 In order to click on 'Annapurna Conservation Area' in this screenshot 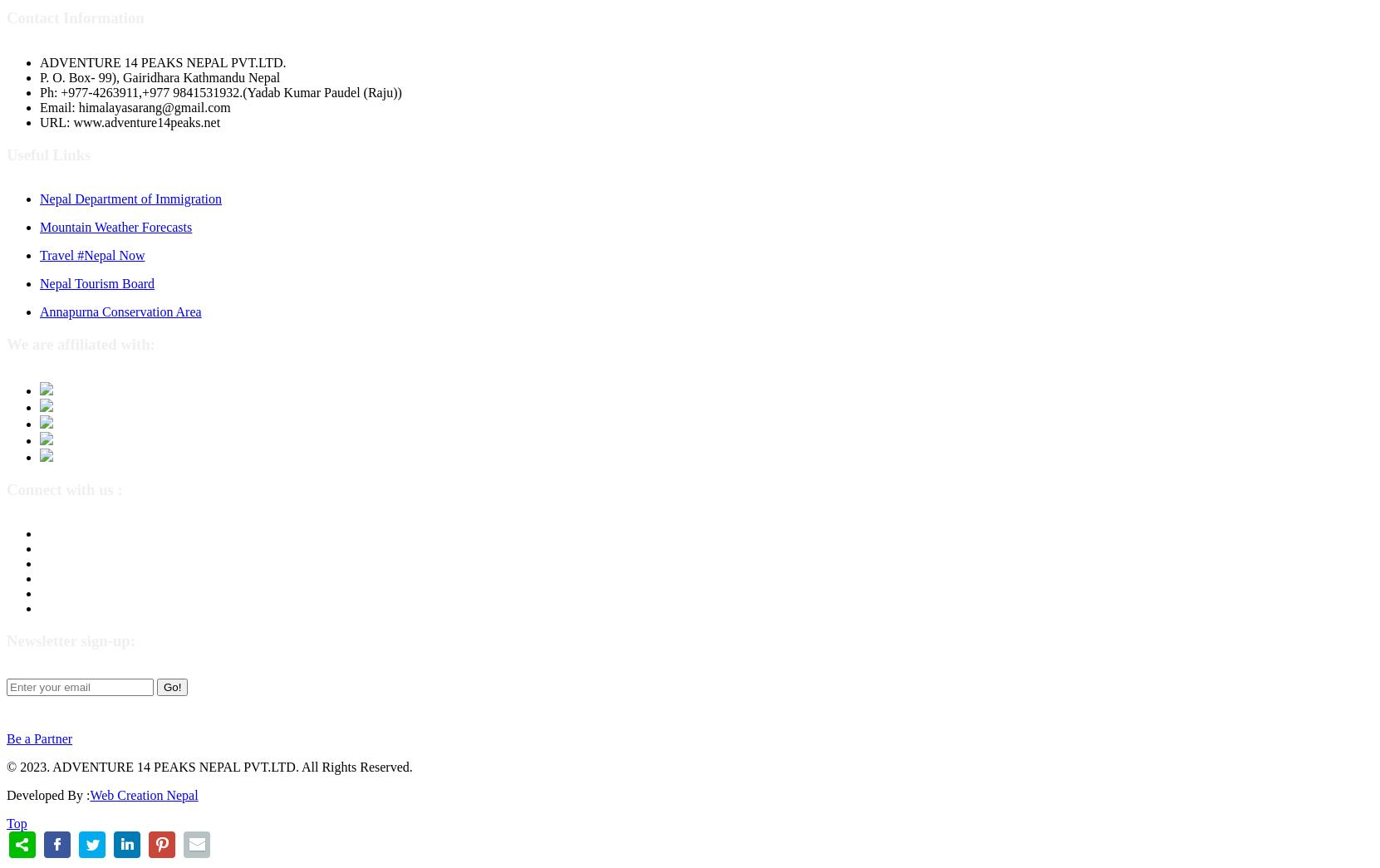, I will do `click(120, 311)`.